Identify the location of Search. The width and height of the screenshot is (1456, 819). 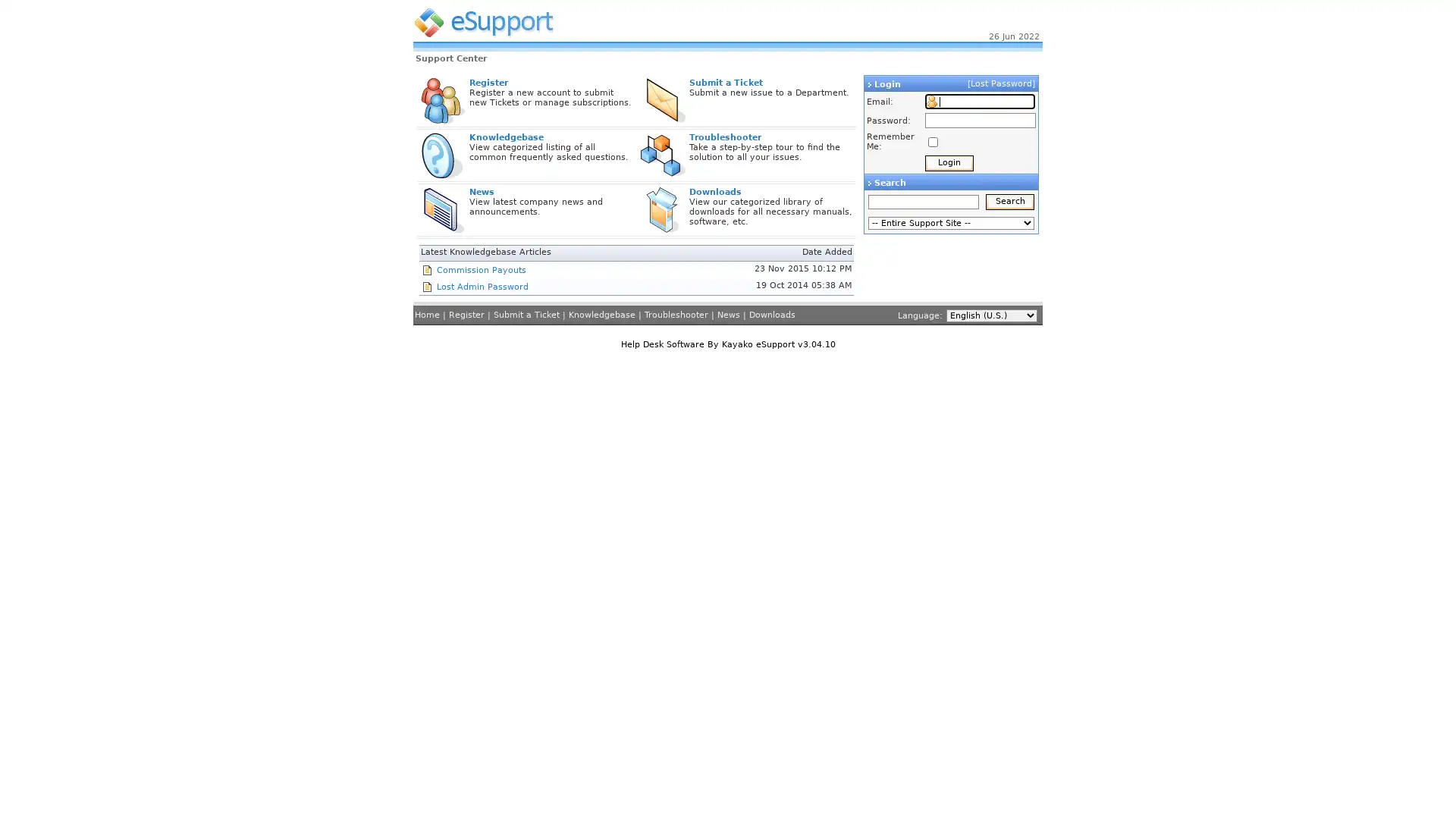
(1010, 201).